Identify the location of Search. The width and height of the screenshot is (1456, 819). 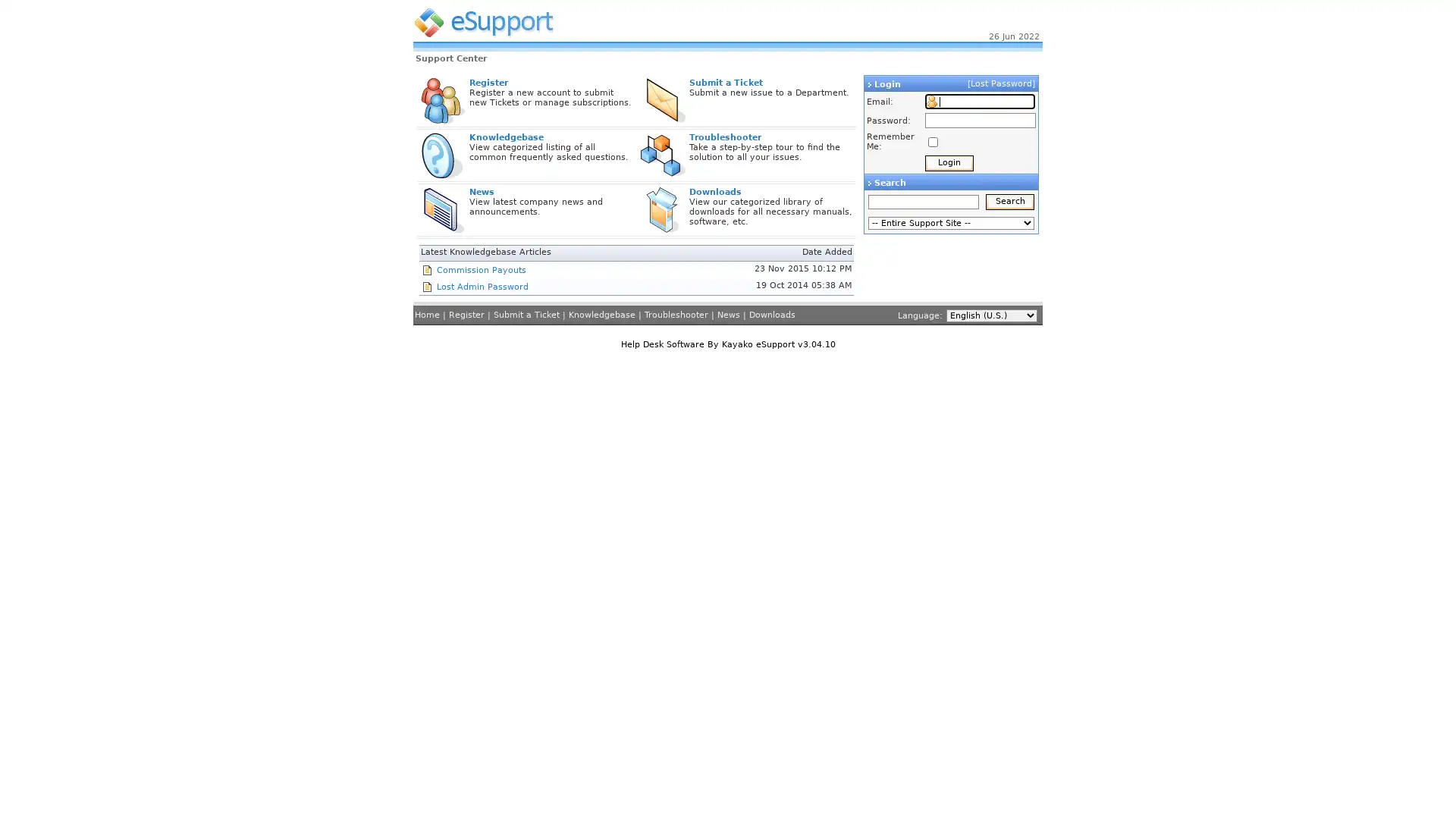
(1010, 201).